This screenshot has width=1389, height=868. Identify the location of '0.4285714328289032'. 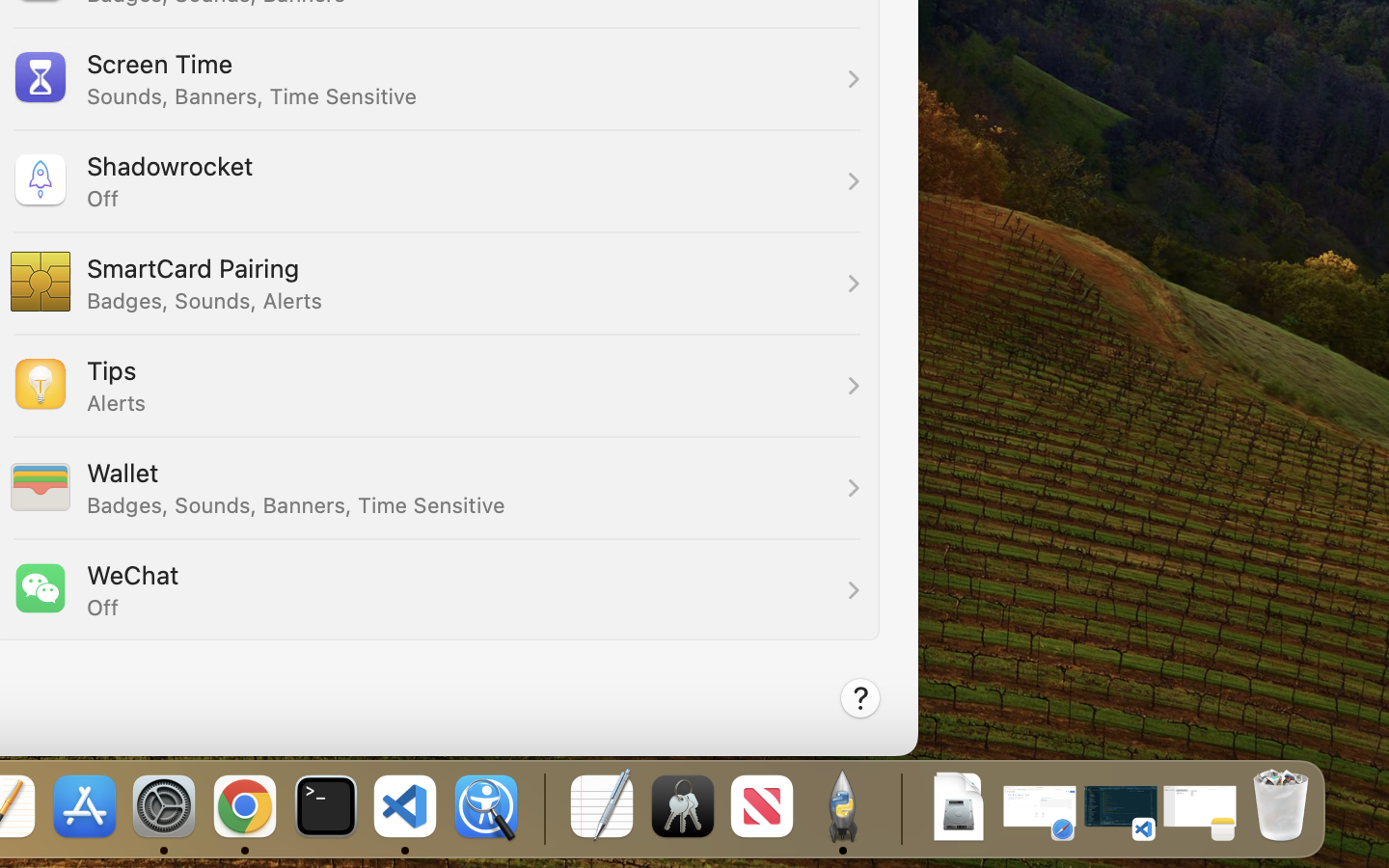
(542, 807).